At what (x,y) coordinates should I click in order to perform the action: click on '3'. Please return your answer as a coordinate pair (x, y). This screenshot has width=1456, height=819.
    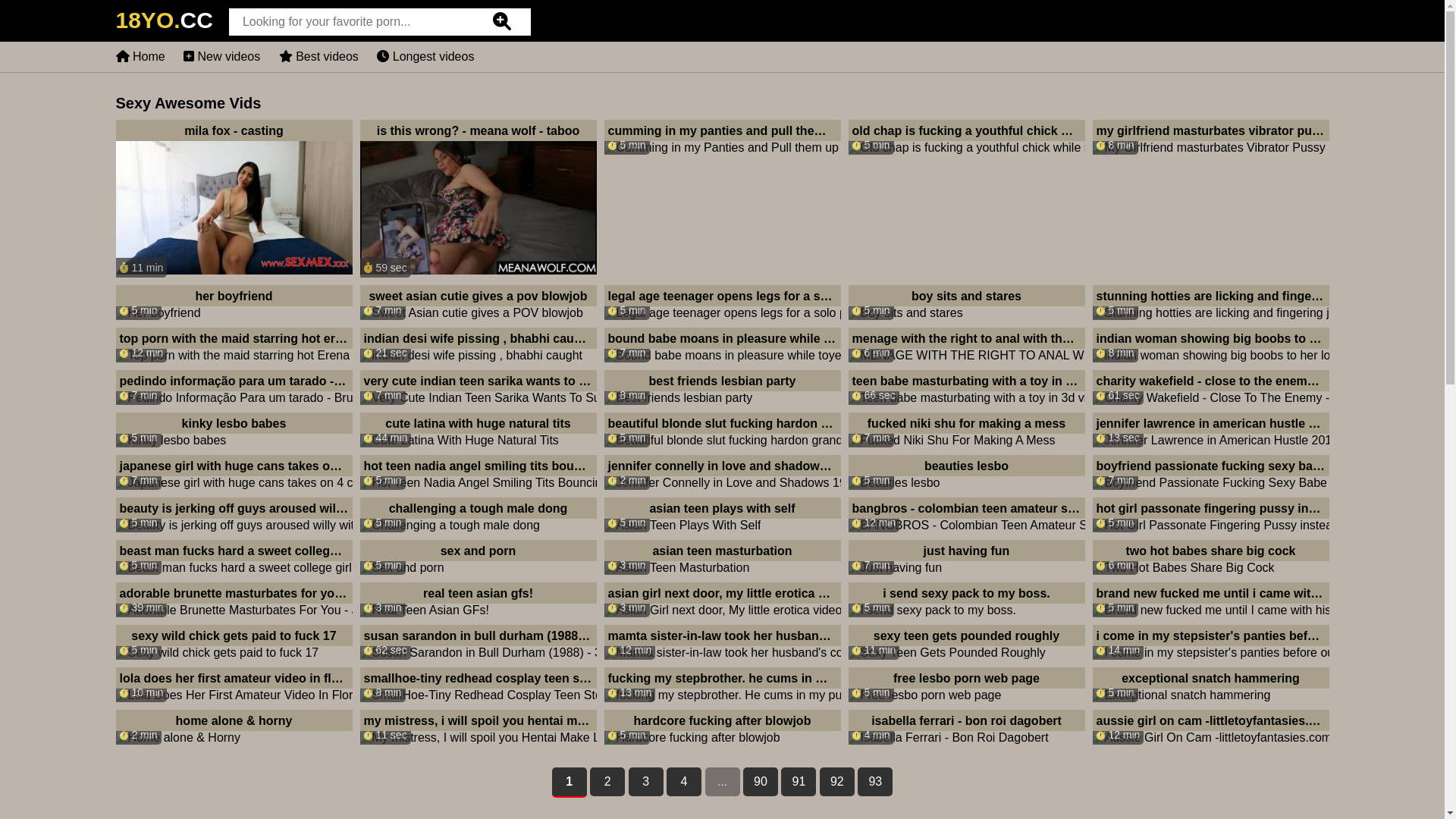
    Looking at the image, I should click on (645, 781).